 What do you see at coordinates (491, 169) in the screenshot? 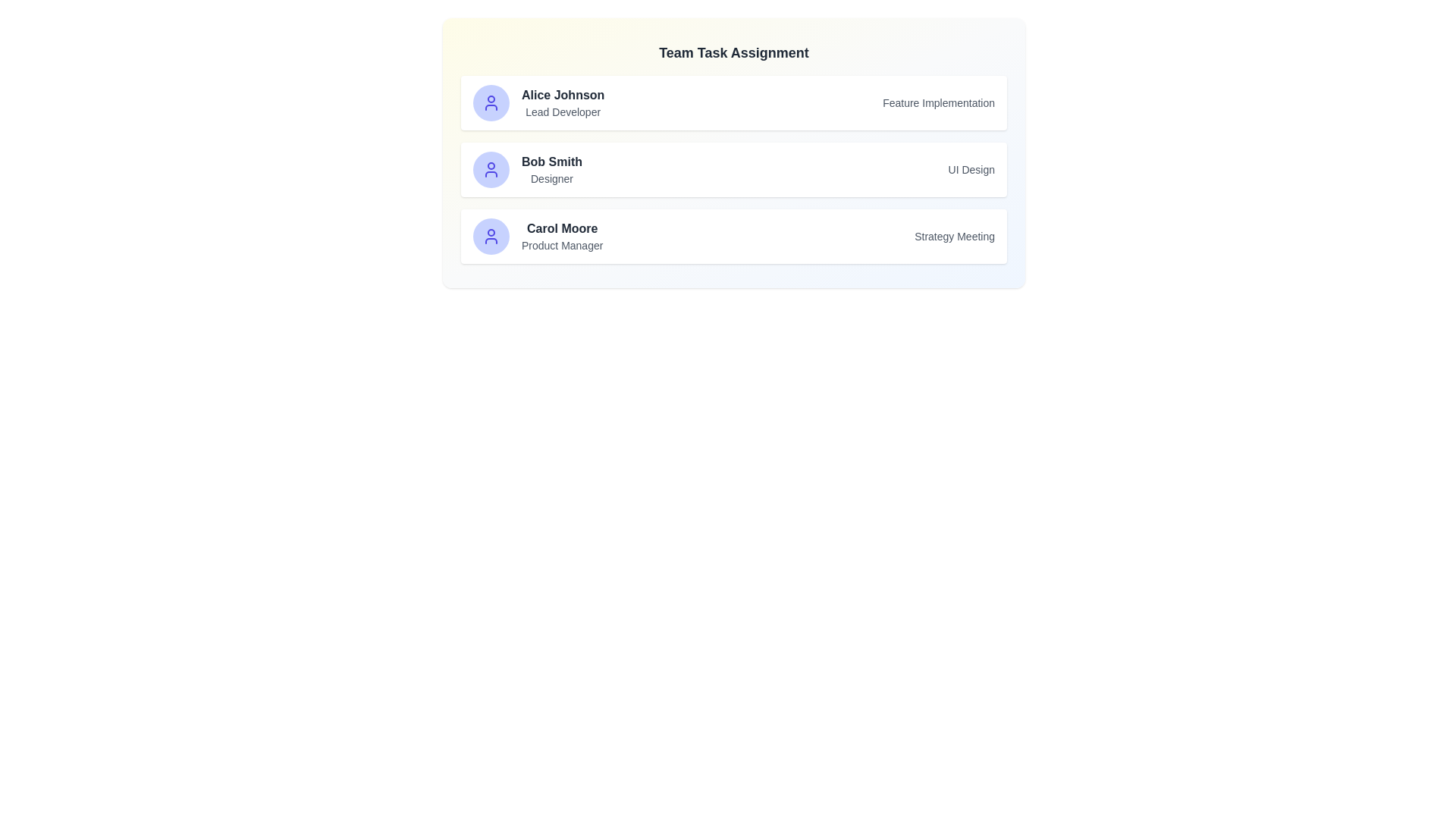
I see `the second SVG icon representing a user, located beside 'Bob Smith' in the task assignment list` at bounding box center [491, 169].